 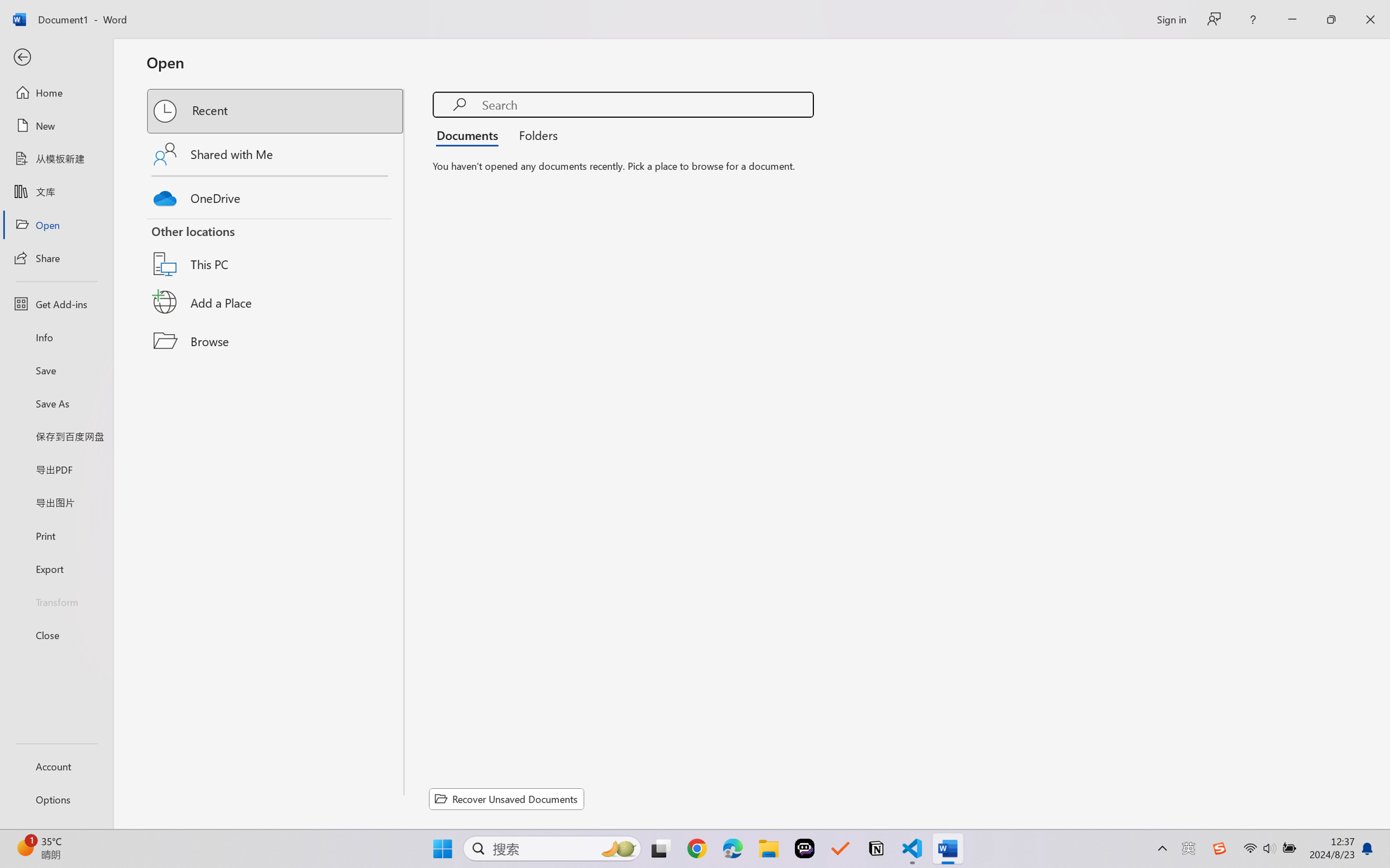 What do you see at coordinates (276, 153) in the screenshot?
I see `'Shared with Me'` at bounding box center [276, 153].